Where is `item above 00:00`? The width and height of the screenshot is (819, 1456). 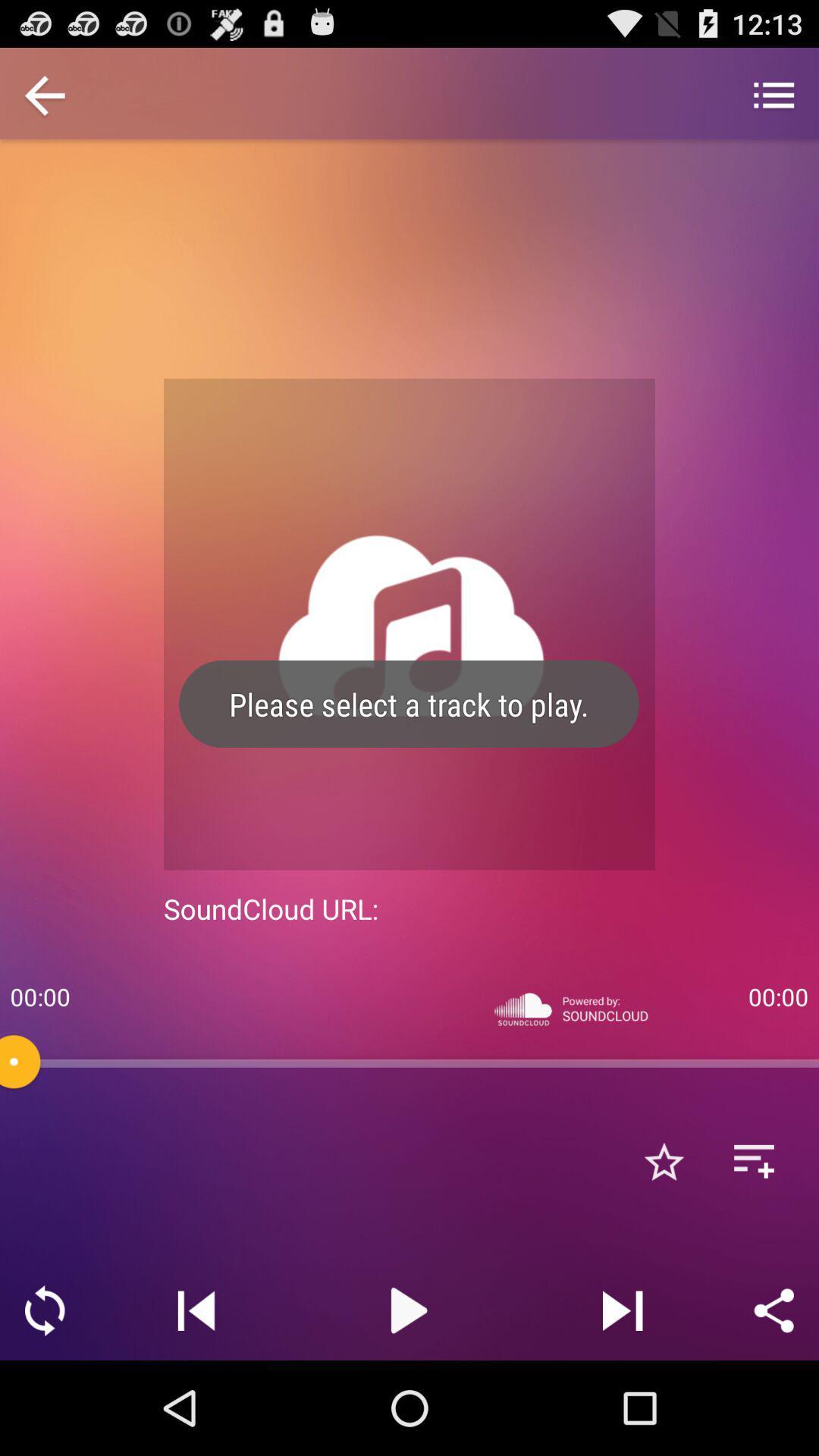 item above 00:00 is located at coordinates (773, 96).